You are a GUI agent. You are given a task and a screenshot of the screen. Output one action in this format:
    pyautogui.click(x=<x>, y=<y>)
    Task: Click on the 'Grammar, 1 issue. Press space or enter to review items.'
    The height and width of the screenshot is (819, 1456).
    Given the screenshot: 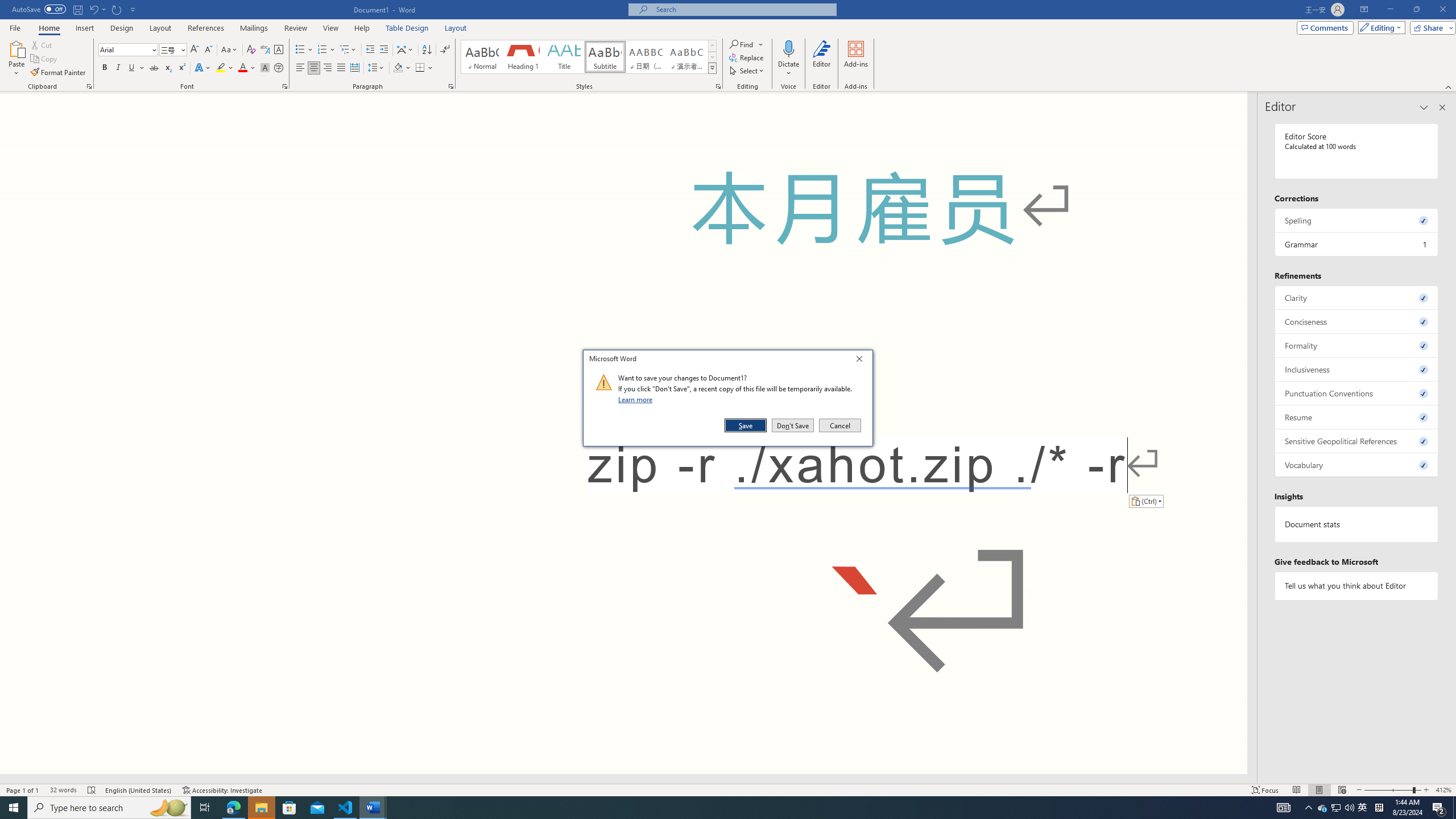 What is the action you would take?
    pyautogui.click(x=1356, y=243)
    